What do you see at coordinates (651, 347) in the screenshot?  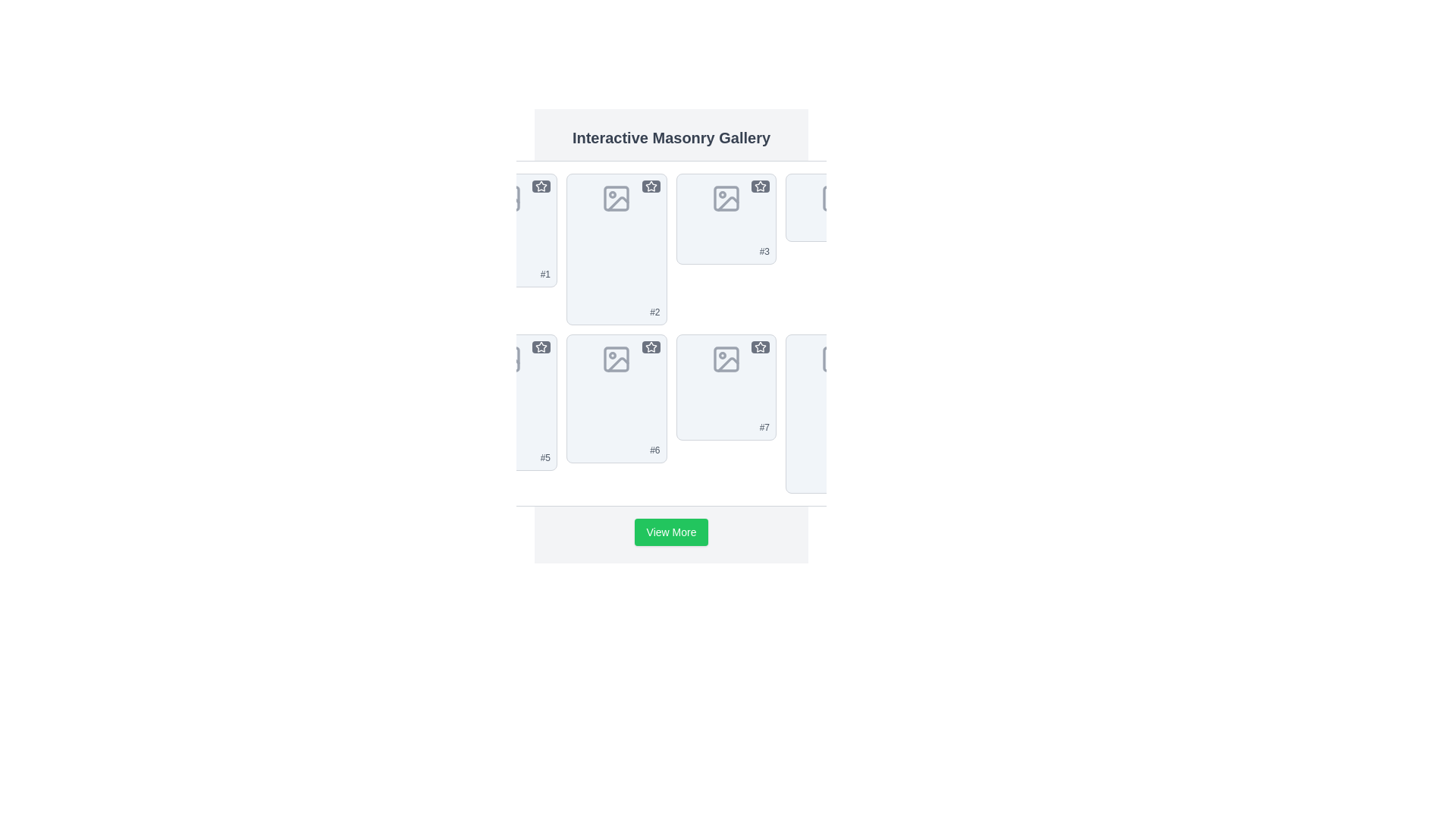 I see `the 'favorite' icon located in the top-right corner of the sixth item in the grid` at bounding box center [651, 347].